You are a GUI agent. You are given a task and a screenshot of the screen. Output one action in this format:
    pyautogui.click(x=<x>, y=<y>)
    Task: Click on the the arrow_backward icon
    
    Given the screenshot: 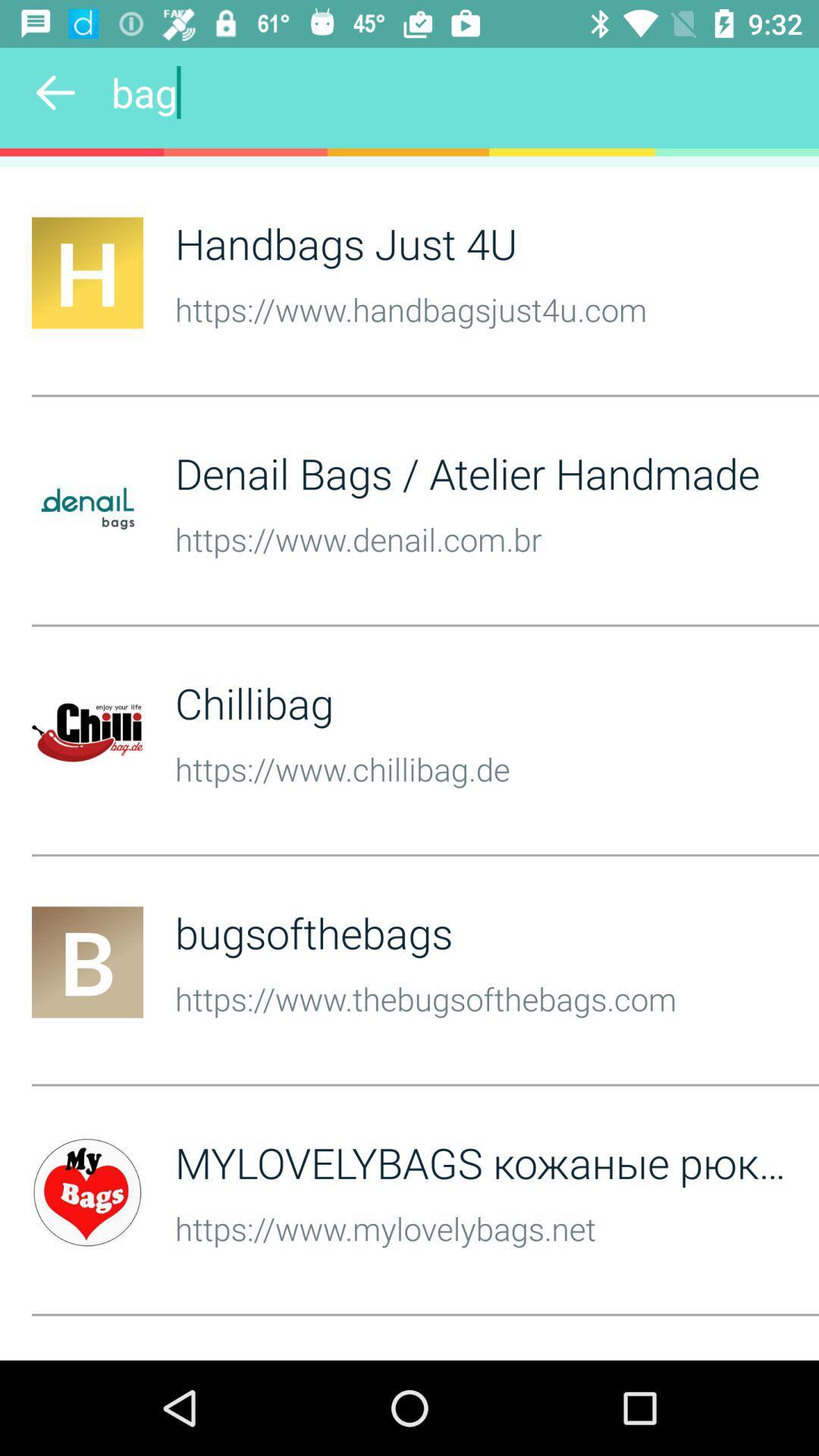 What is the action you would take?
    pyautogui.click(x=55, y=92)
    